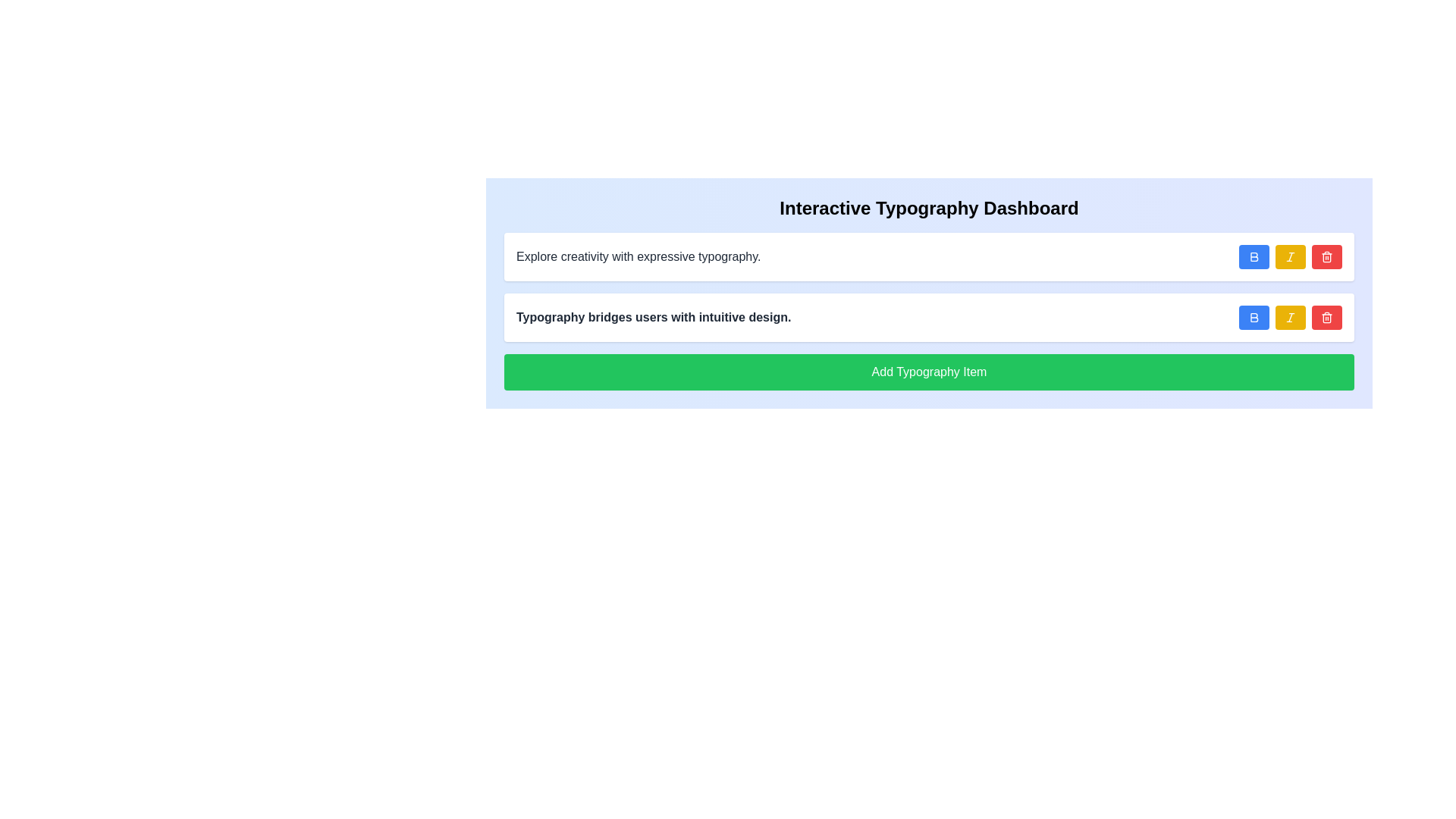 This screenshot has width=1456, height=819. What do you see at coordinates (1326, 318) in the screenshot?
I see `the main body of the trash icon, which visually represents the delete functionality and is located on the right side of the user options section` at bounding box center [1326, 318].